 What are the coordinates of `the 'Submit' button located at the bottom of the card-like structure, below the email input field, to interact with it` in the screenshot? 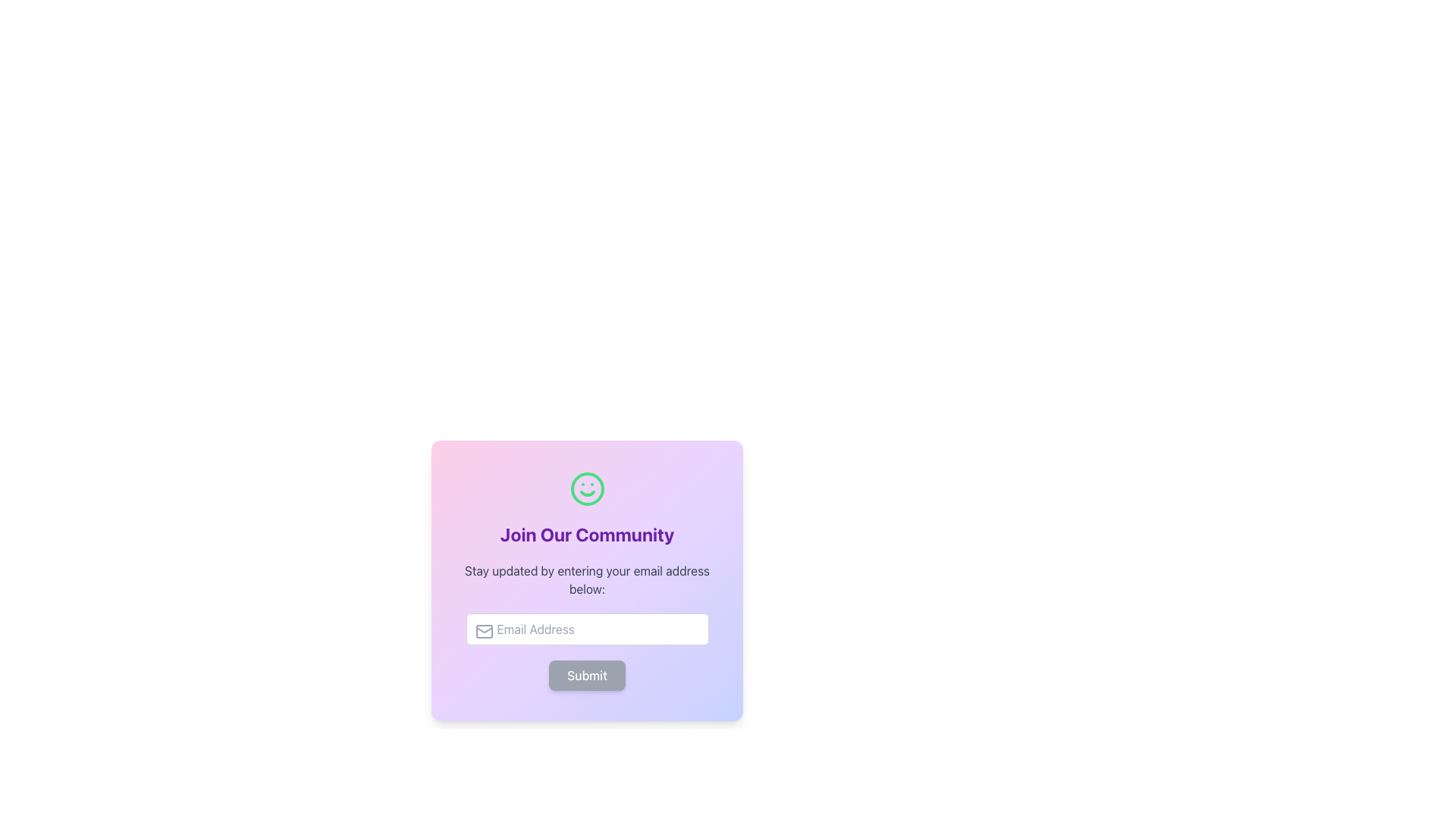 It's located at (586, 675).